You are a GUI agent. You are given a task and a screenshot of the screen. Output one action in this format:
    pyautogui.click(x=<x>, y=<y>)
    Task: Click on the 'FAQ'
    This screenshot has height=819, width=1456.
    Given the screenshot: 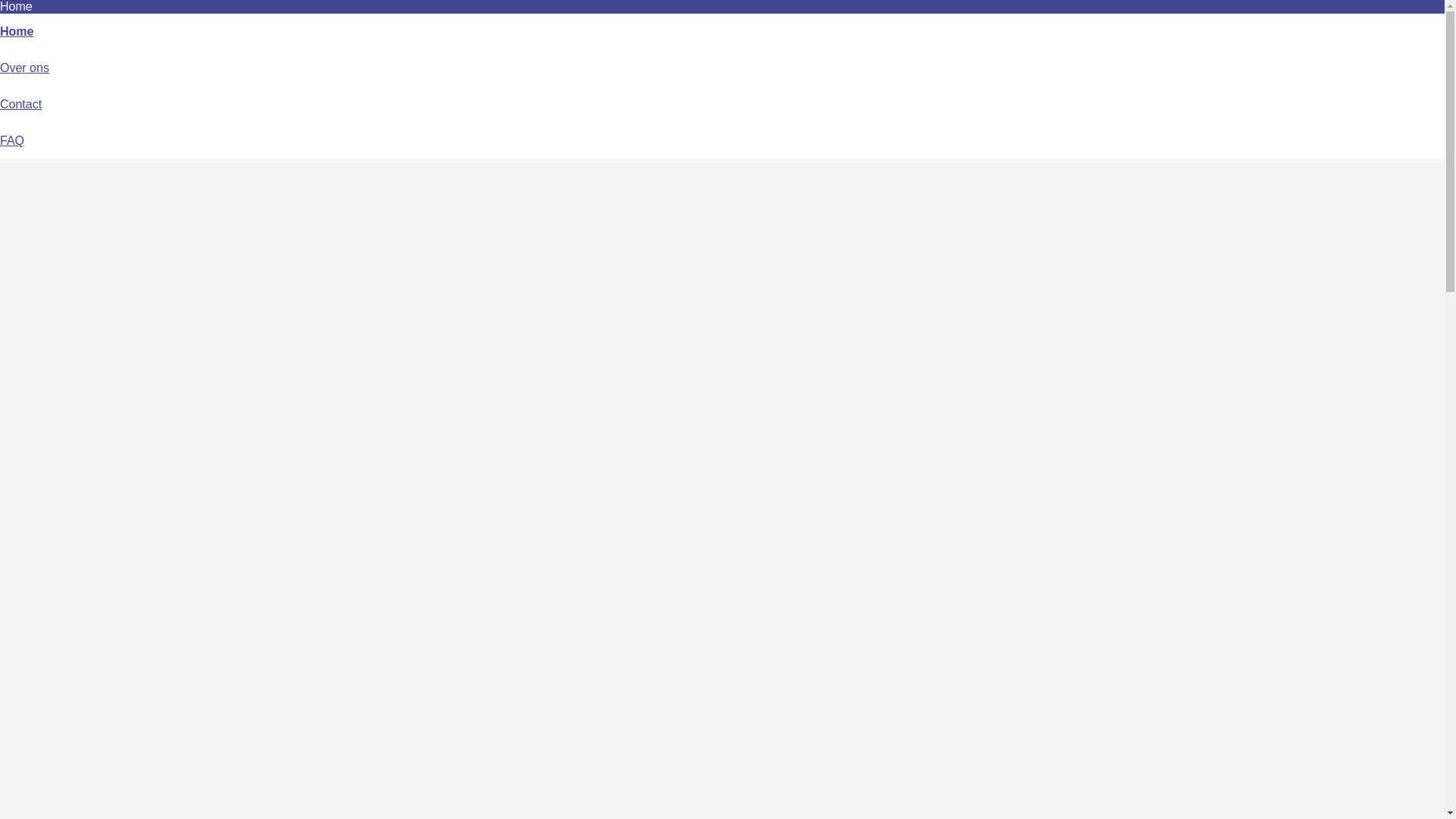 What is the action you would take?
    pyautogui.click(x=0, y=140)
    